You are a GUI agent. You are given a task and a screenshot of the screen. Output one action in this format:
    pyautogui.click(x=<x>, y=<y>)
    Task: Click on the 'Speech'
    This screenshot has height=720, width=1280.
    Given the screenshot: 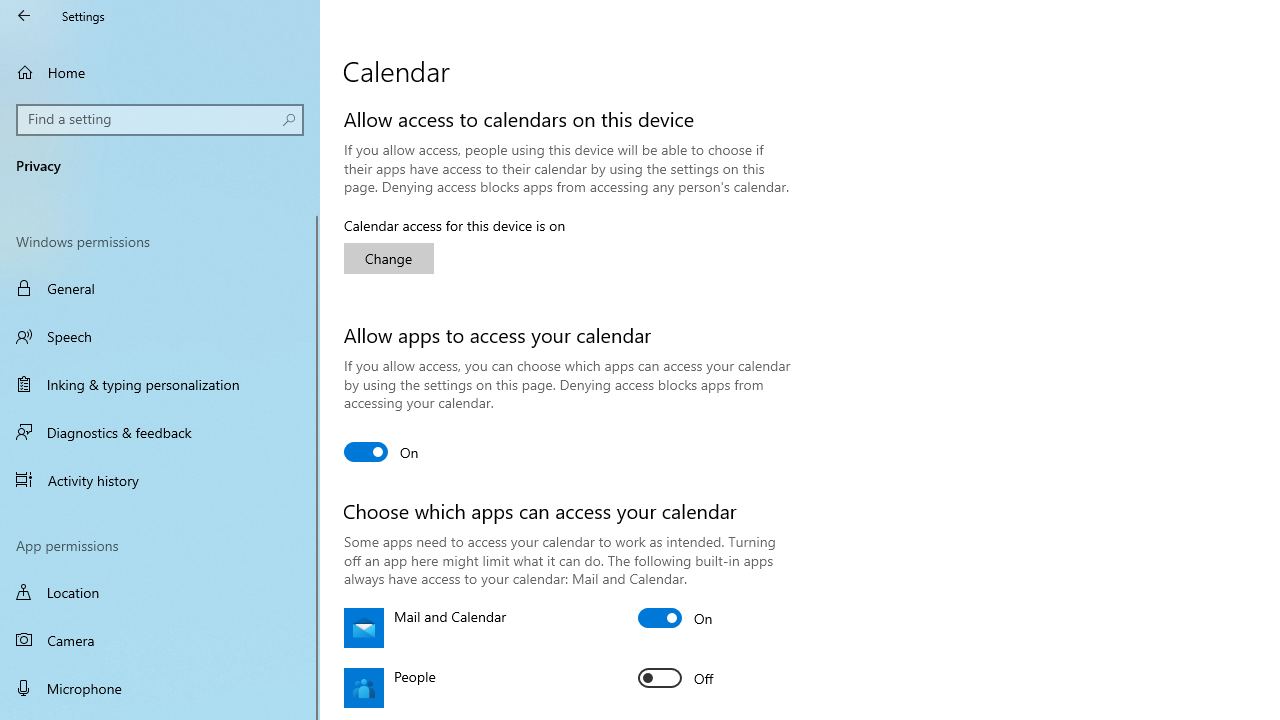 What is the action you would take?
    pyautogui.click(x=160, y=334)
    